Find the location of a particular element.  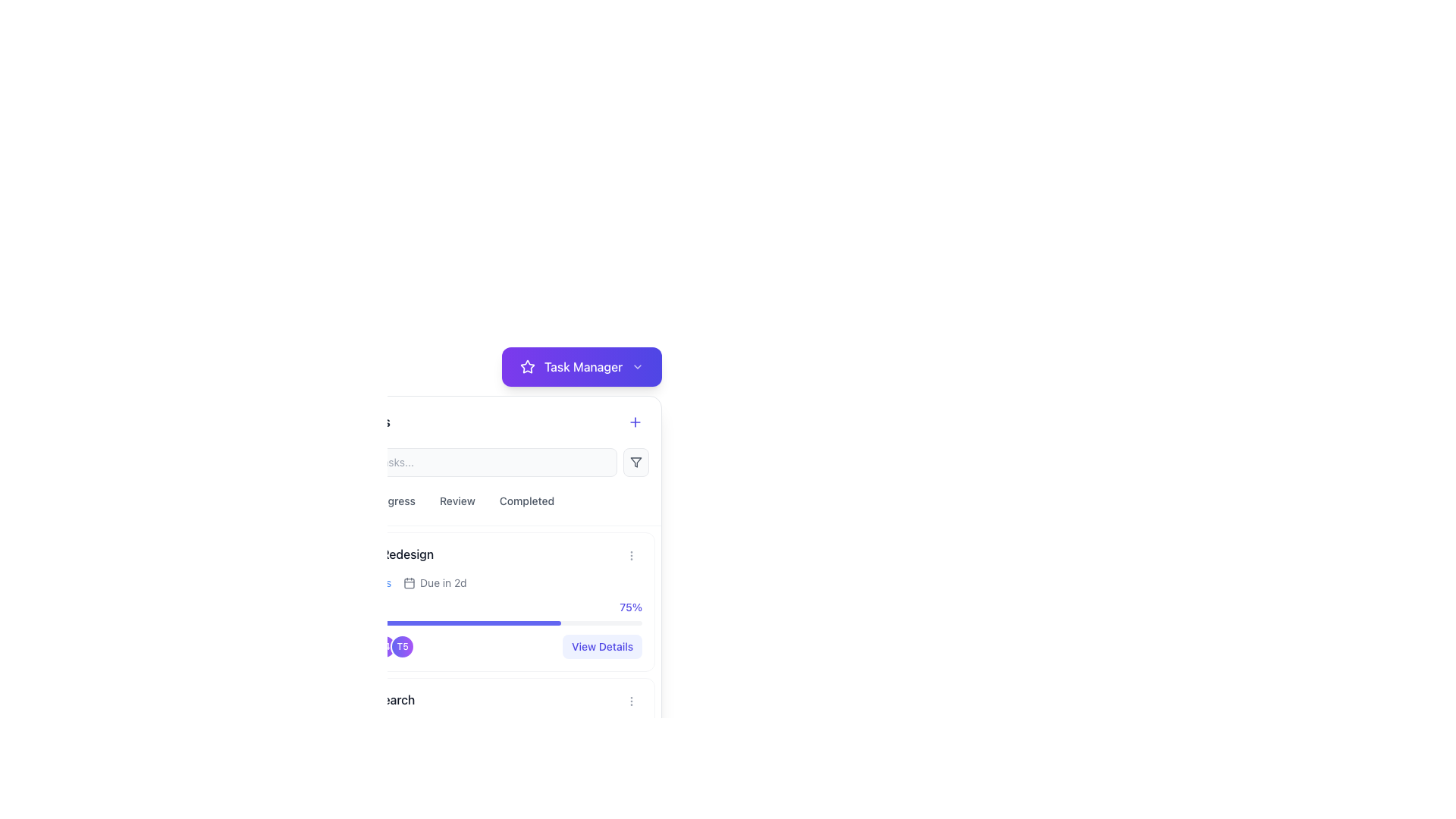

the add or create new item button located in the top-right corner of the task listings section is located at coordinates (635, 422).